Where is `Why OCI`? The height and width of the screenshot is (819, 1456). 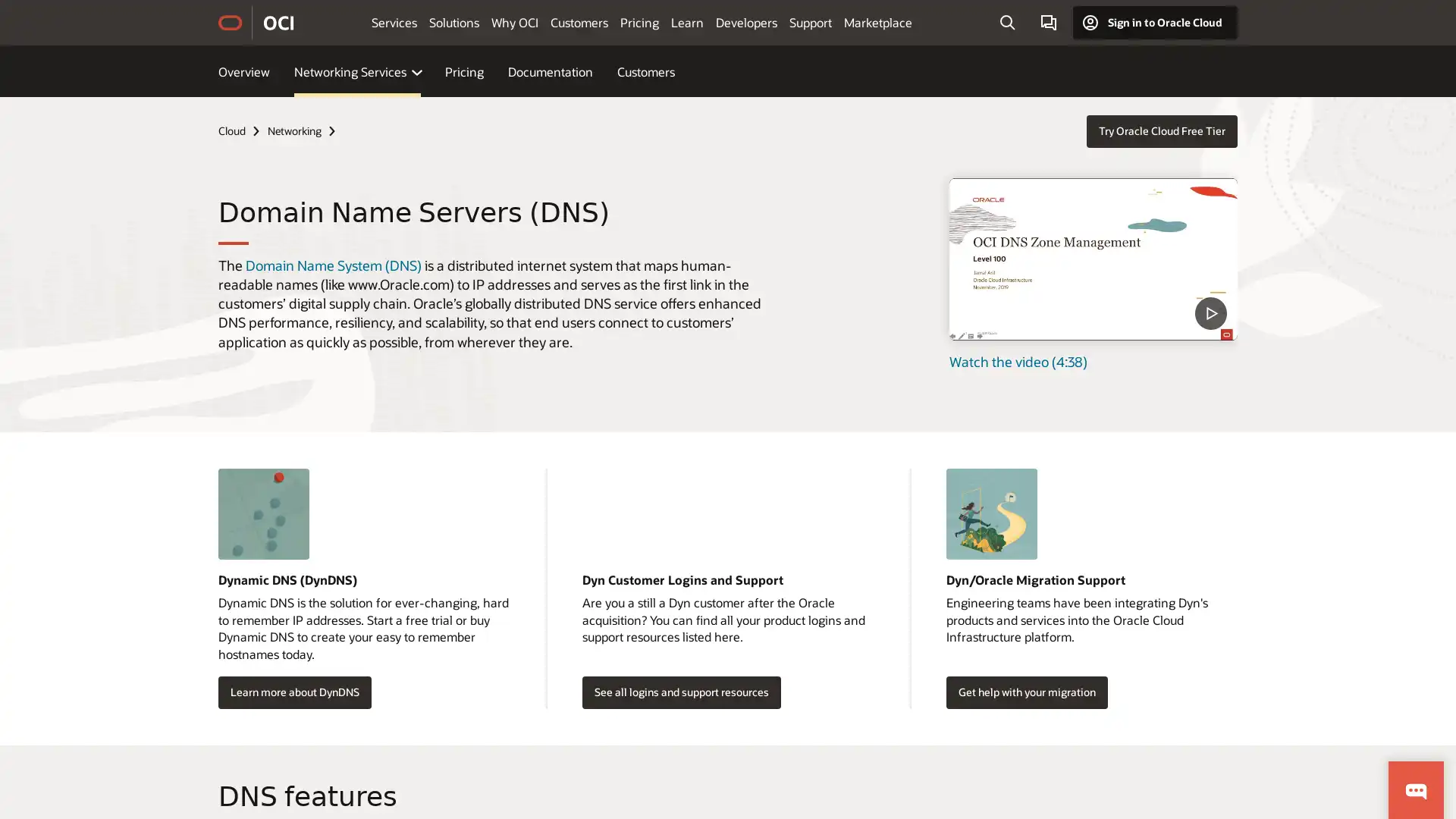 Why OCI is located at coordinates (514, 22).